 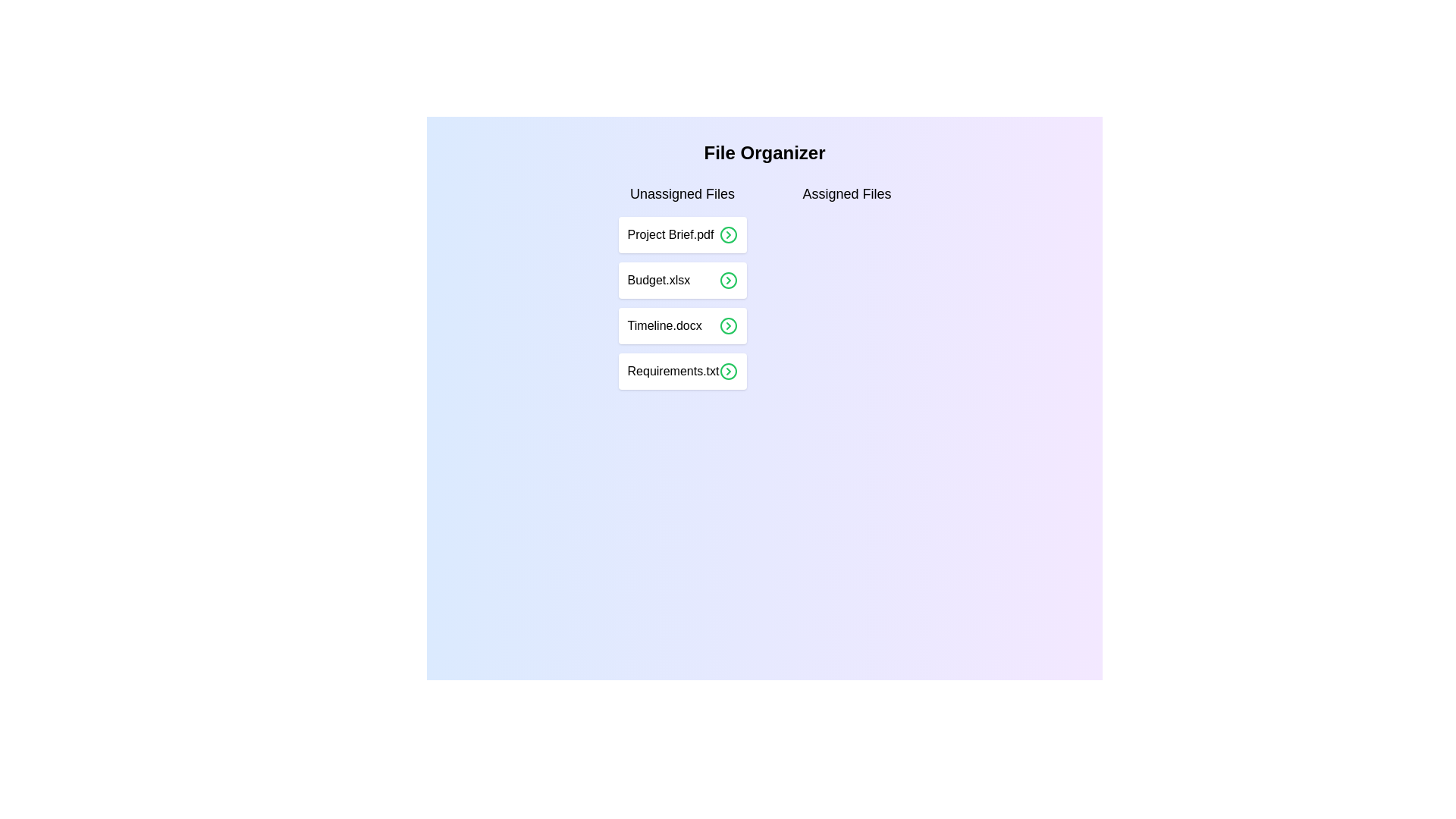 I want to click on the right arrow icon corresponding to the file Timeline.docx in the 'Unassigned Files' list to assign it to the 'Assigned Files' list, so click(x=728, y=325).